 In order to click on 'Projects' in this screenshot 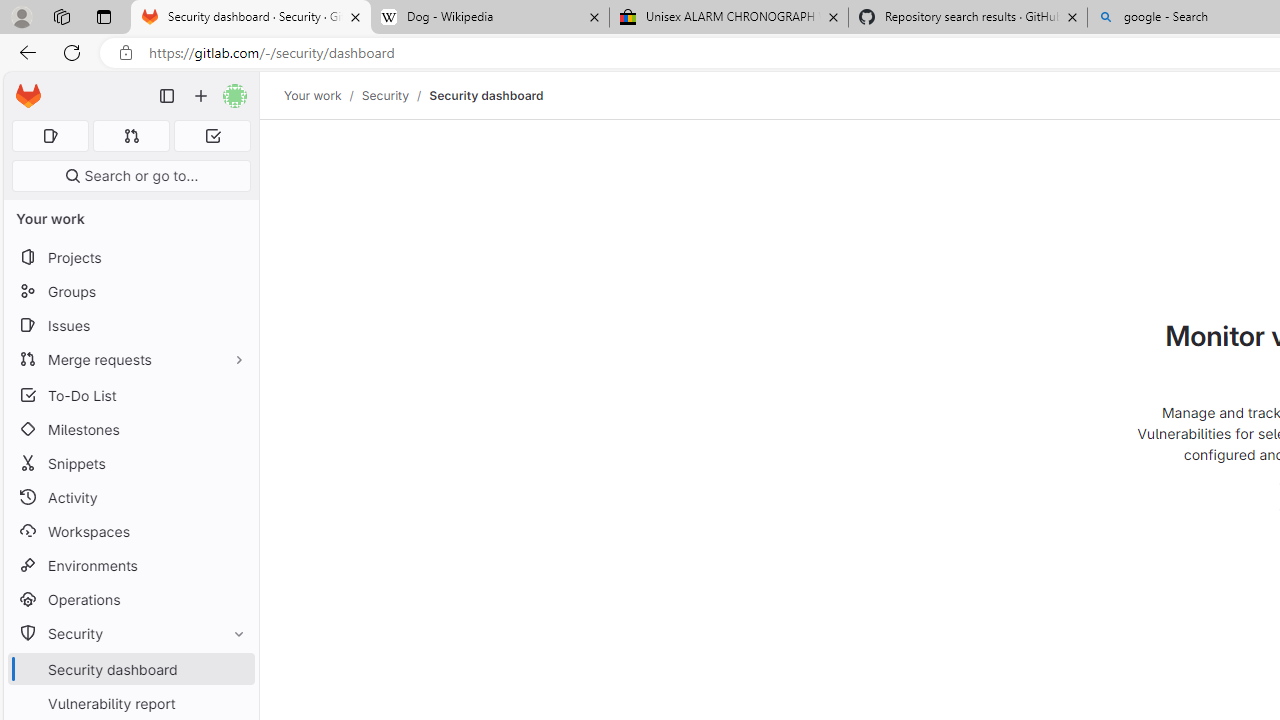, I will do `click(130, 256)`.